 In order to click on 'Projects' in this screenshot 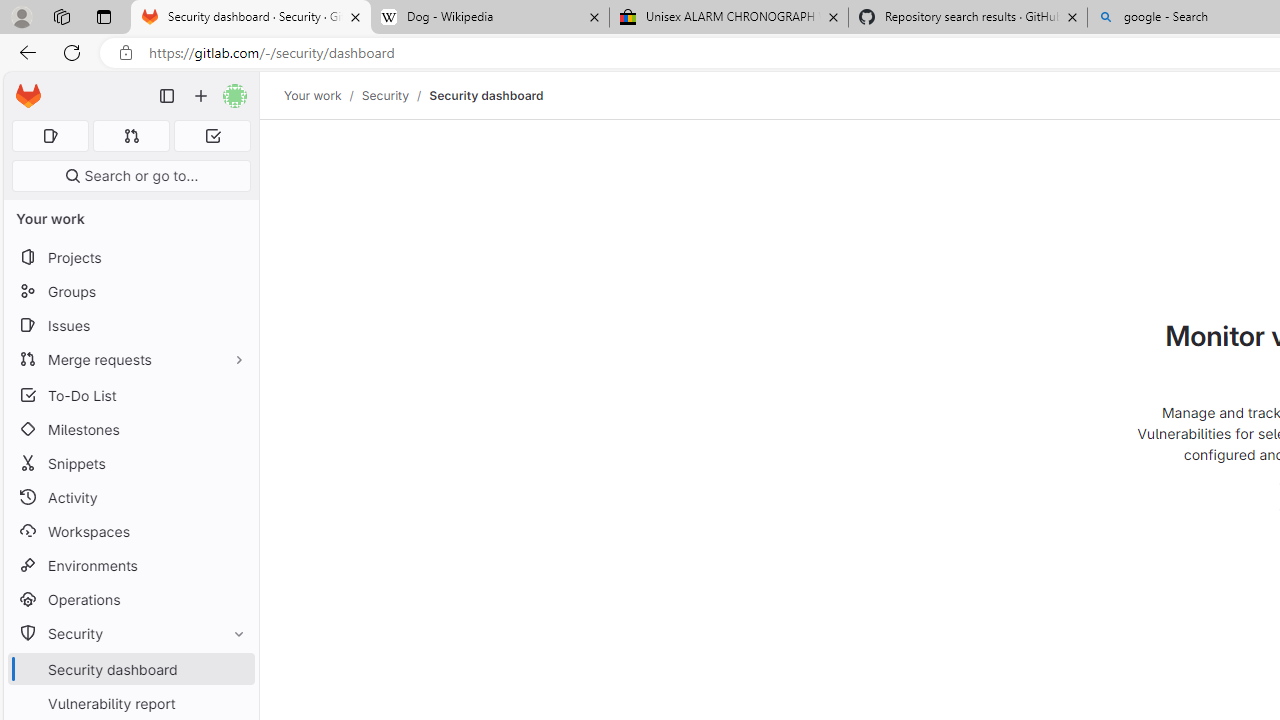, I will do `click(130, 256)`.